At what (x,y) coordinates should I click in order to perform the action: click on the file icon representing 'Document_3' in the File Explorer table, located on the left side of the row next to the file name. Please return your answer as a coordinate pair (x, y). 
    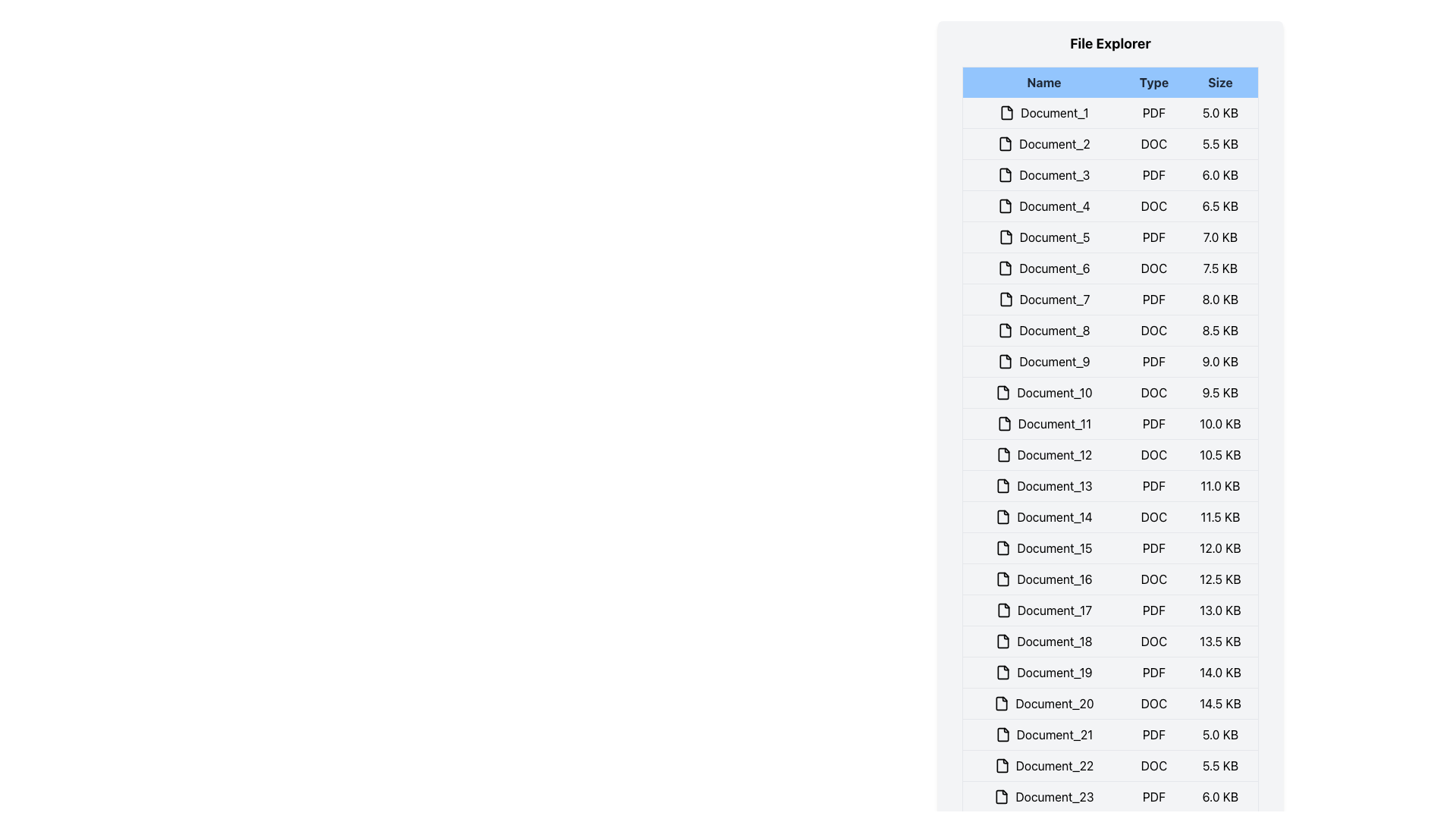
    Looking at the image, I should click on (1006, 174).